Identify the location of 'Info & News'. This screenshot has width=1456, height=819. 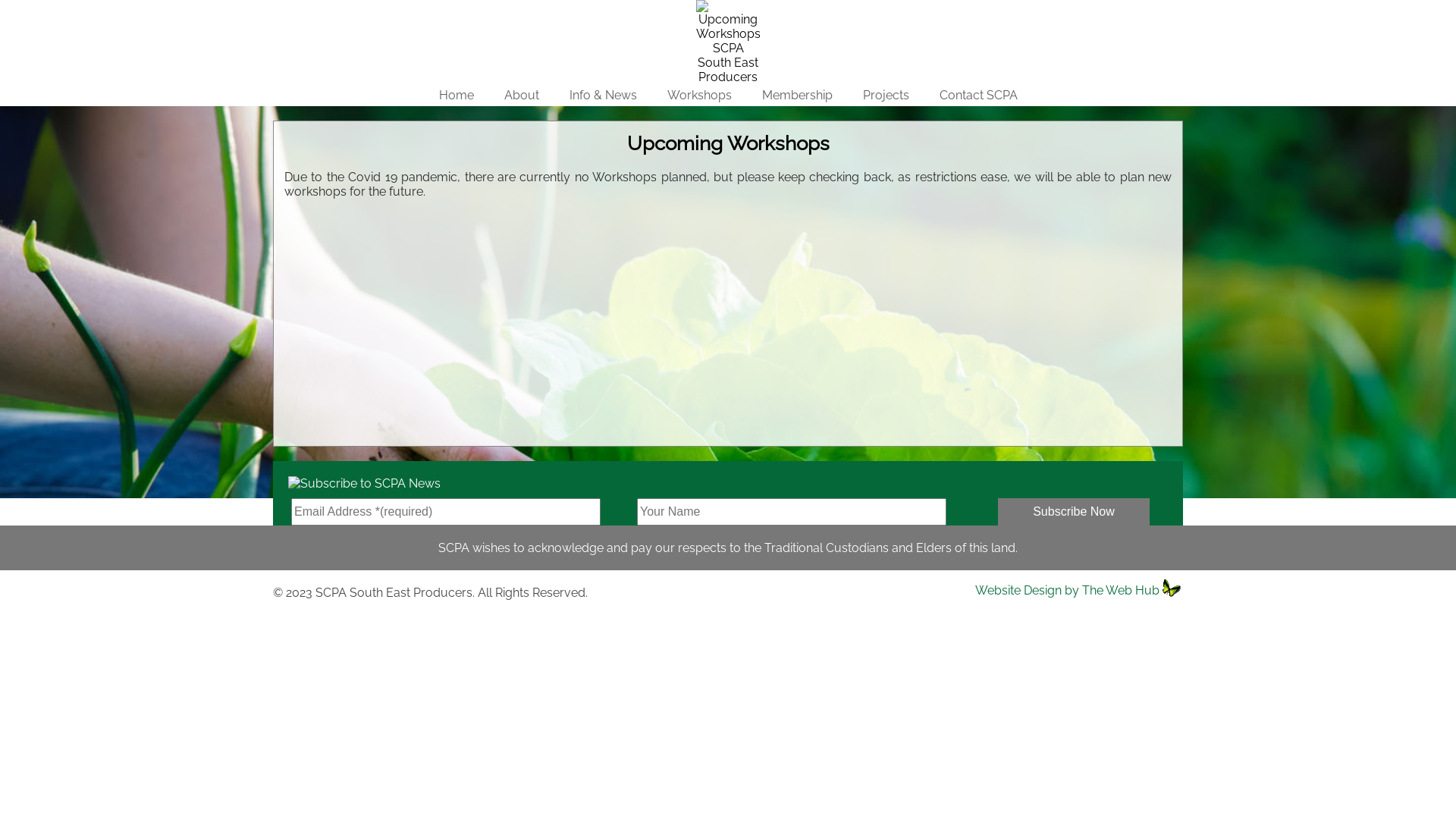
(601, 11).